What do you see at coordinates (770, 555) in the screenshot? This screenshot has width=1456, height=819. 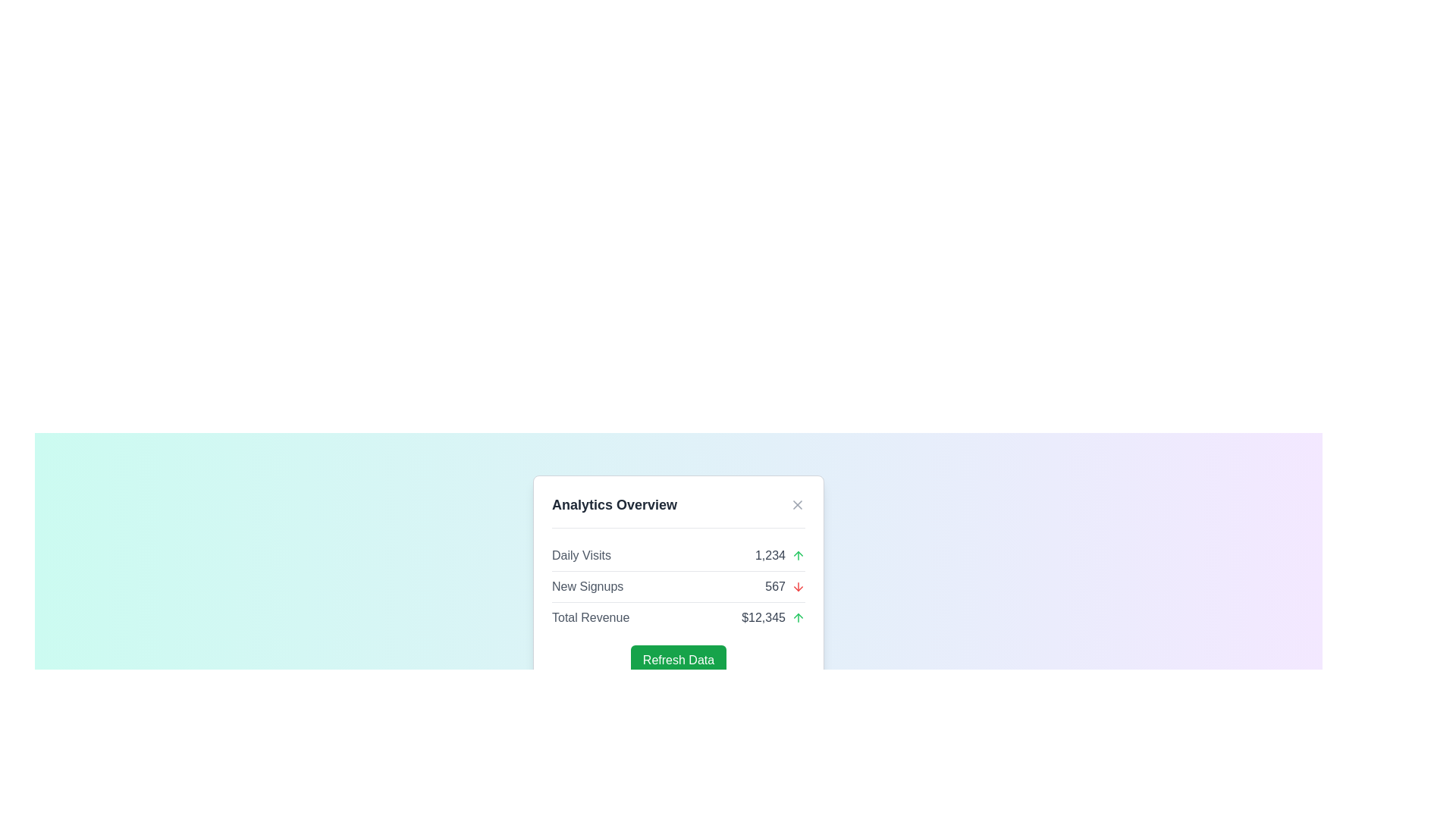 I see `the Text Display that shows the current count of daily visits in the Analytics Overview card, located under the 'Daily Visits' label` at bounding box center [770, 555].